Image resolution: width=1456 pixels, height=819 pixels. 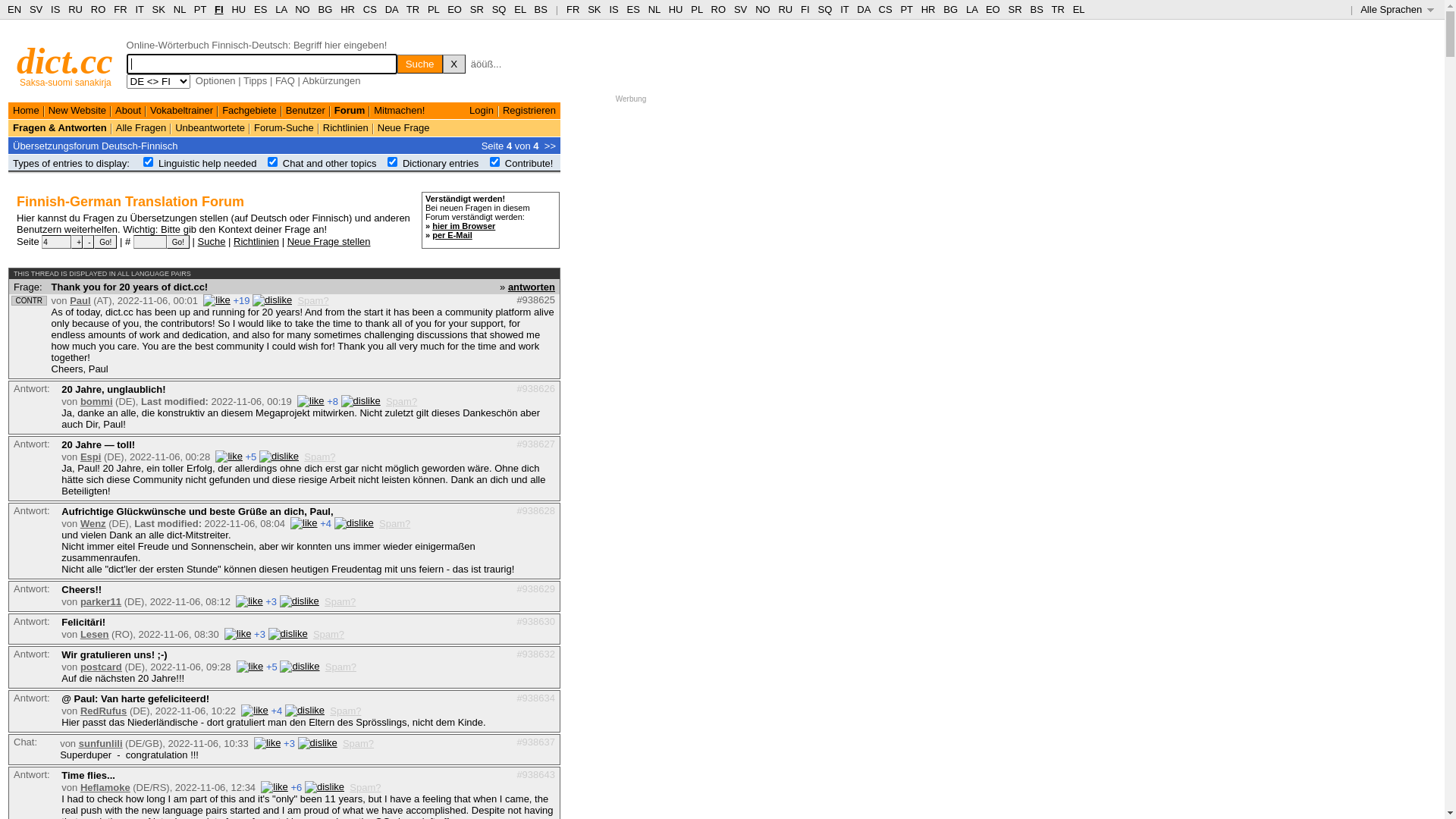 I want to click on '#938630', so click(x=516, y=621).